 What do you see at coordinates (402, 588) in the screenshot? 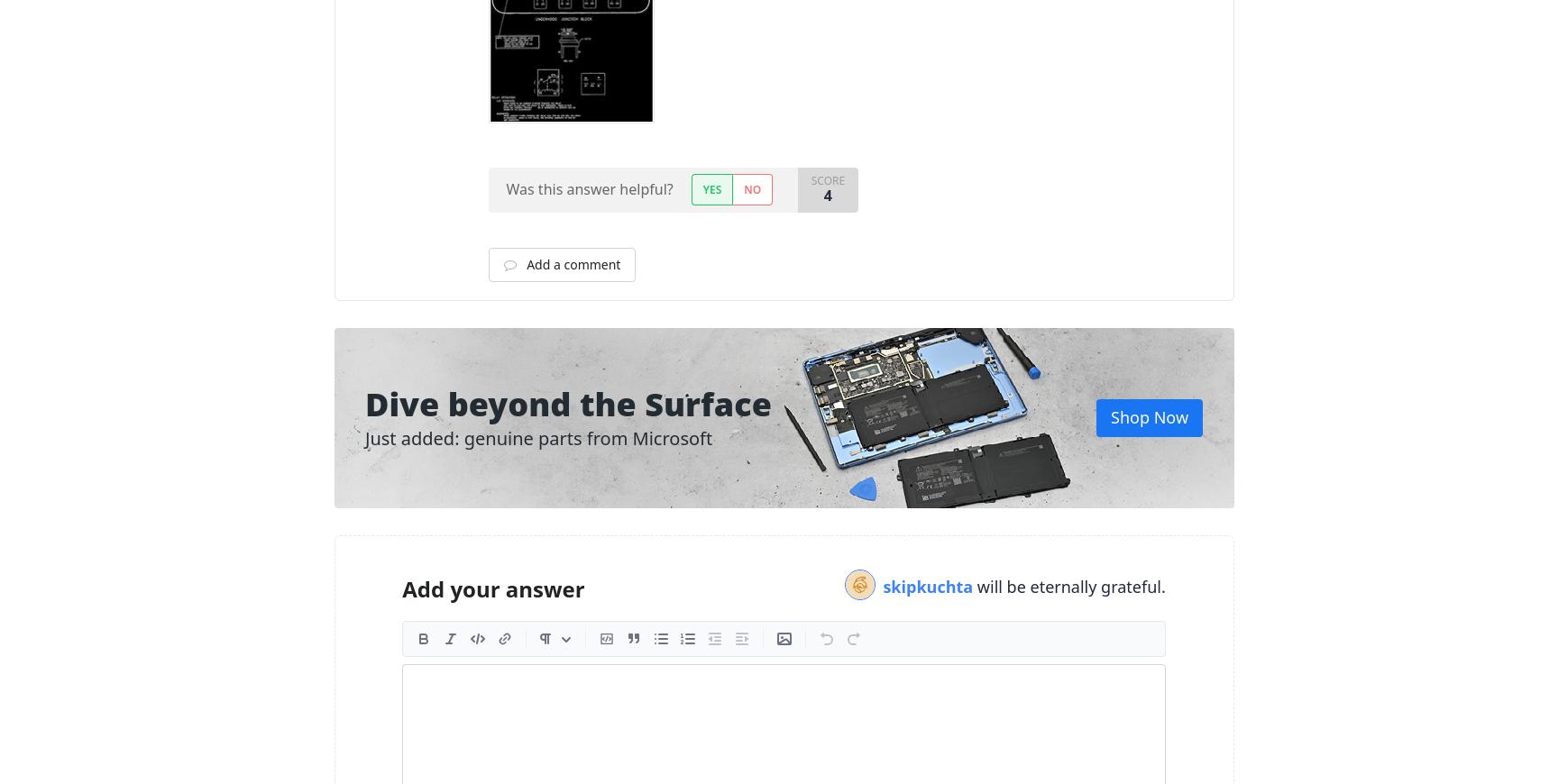
I see `'Add your answer'` at bounding box center [402, 588].